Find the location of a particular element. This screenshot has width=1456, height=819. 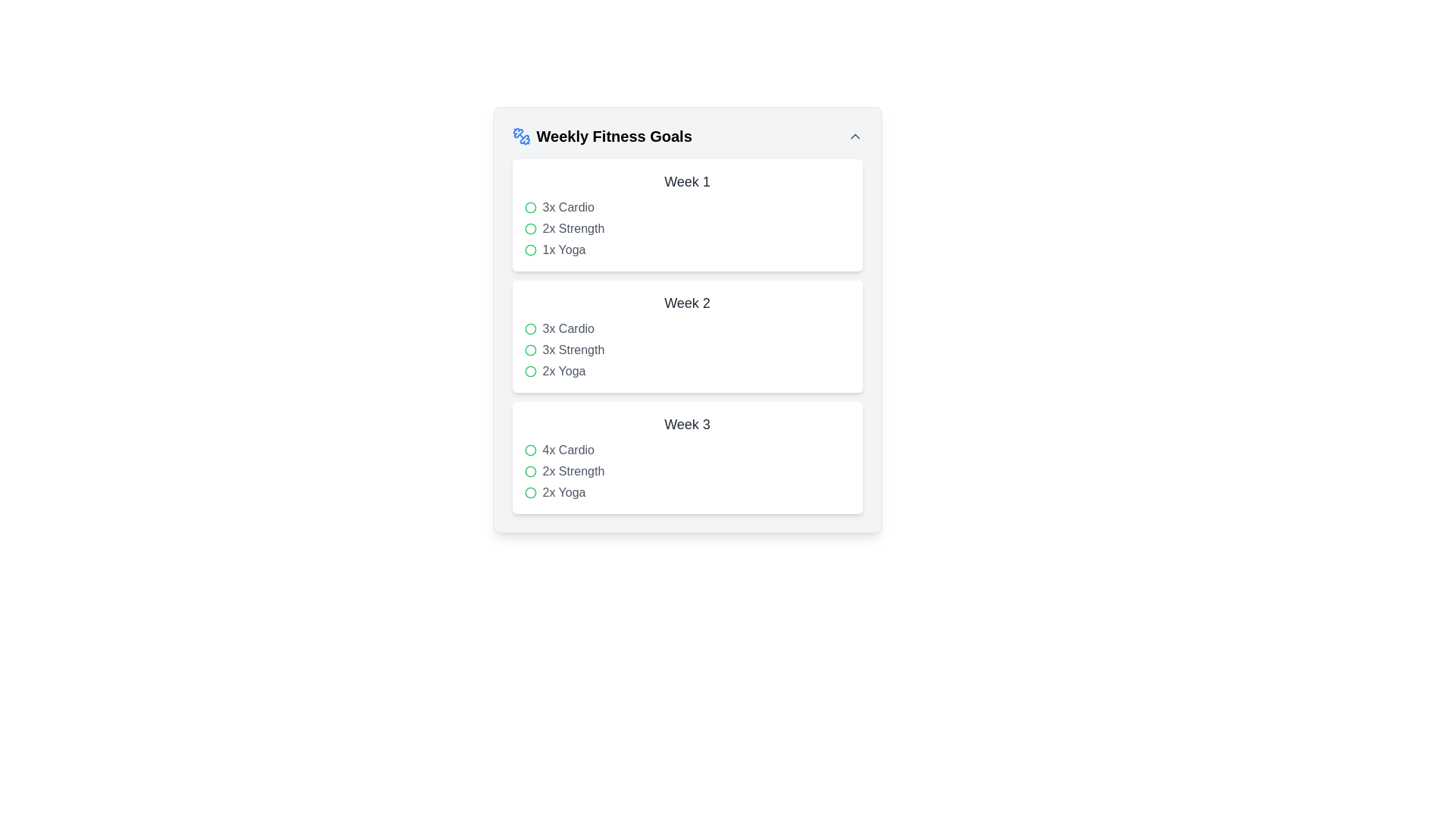

on the '4x Cardio' list item, which represents a fitness activity entry under 'Week 3' in the vertical list is located at coordinates (686, 450).